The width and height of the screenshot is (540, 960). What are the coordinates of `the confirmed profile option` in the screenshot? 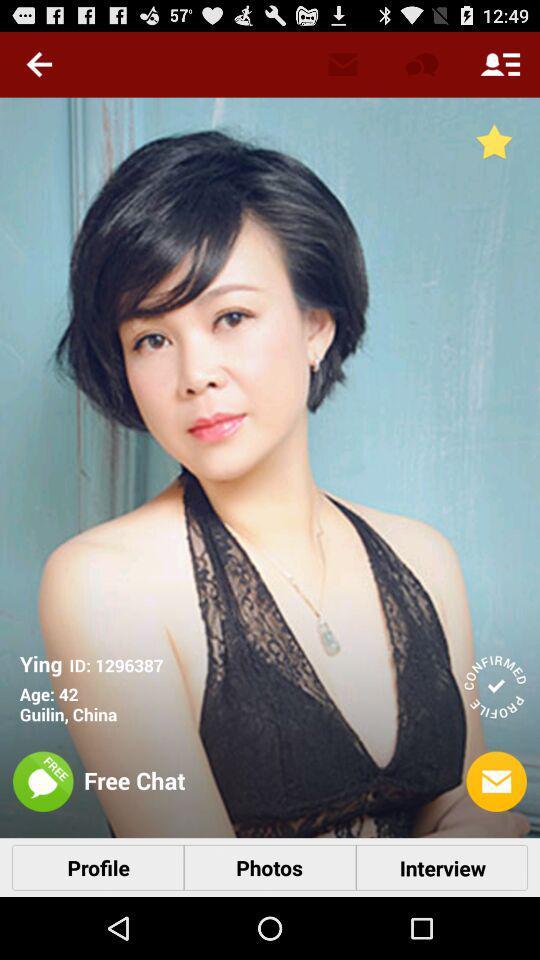 It's located at (494, 687).